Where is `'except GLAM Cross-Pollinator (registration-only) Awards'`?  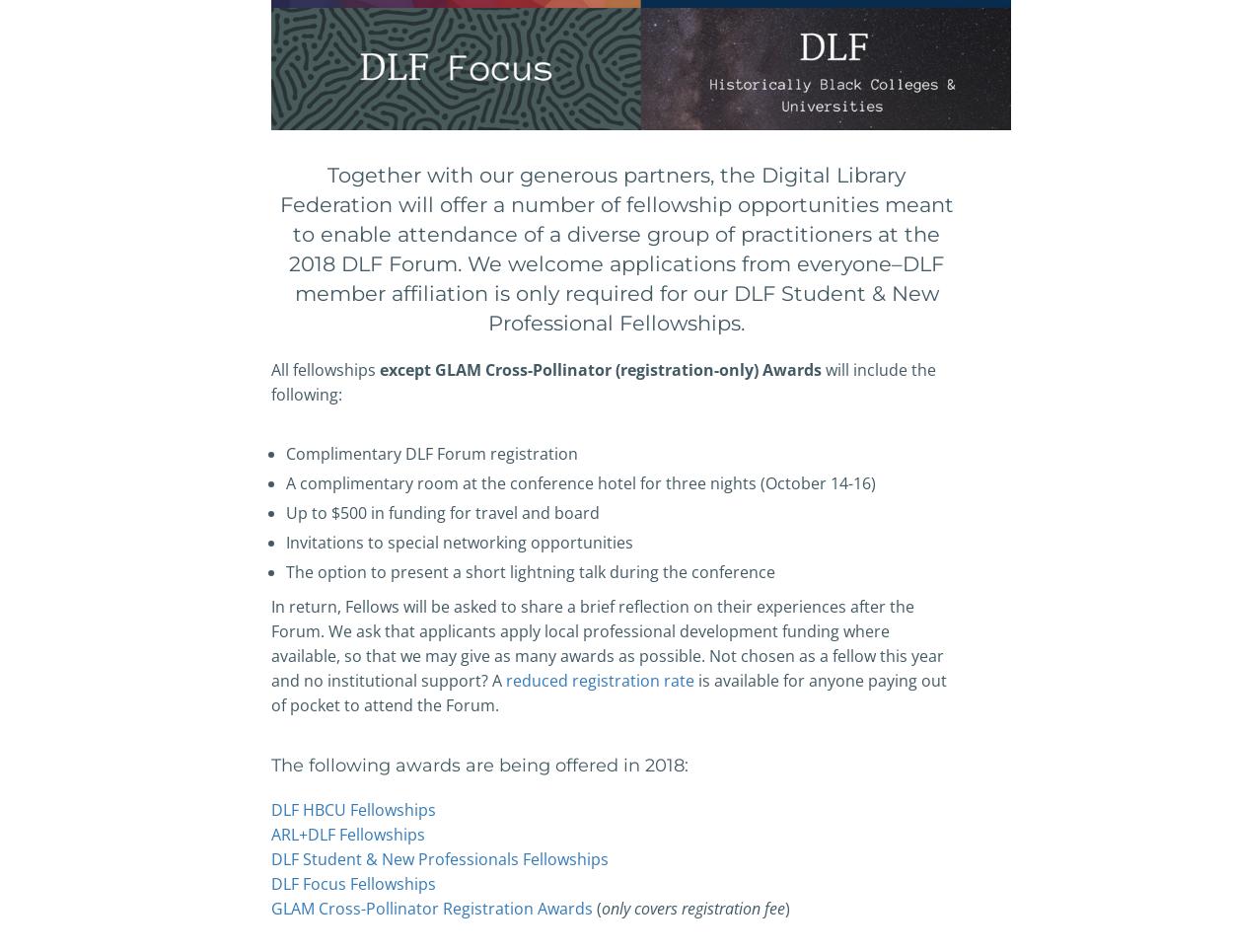
'except GLAM Cross-Pollinator (registration-only) Awards' is located at coordinates (600, 368).